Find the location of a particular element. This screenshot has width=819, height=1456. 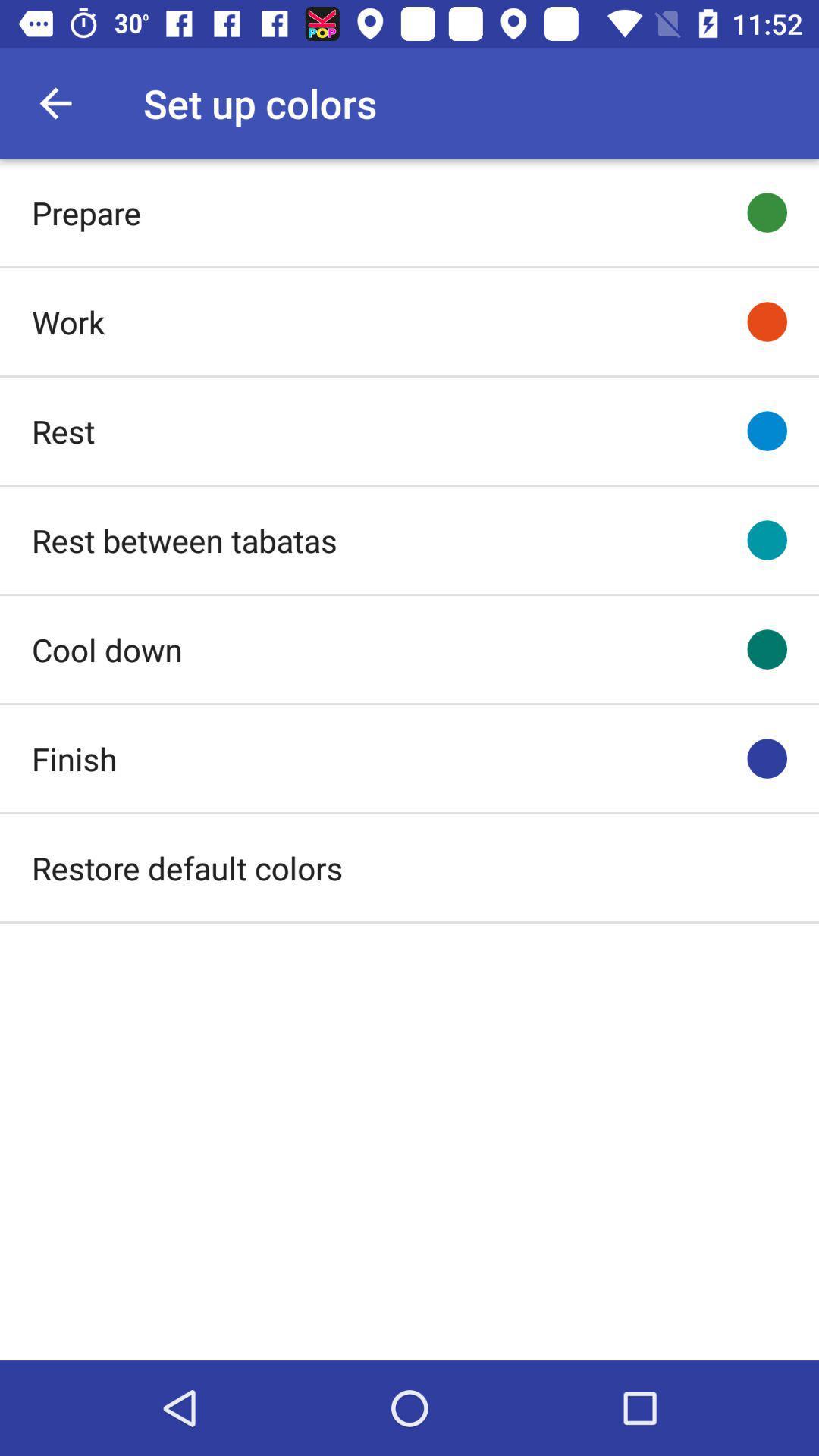

item to the right of the rest is located at coordinates (767, 430).